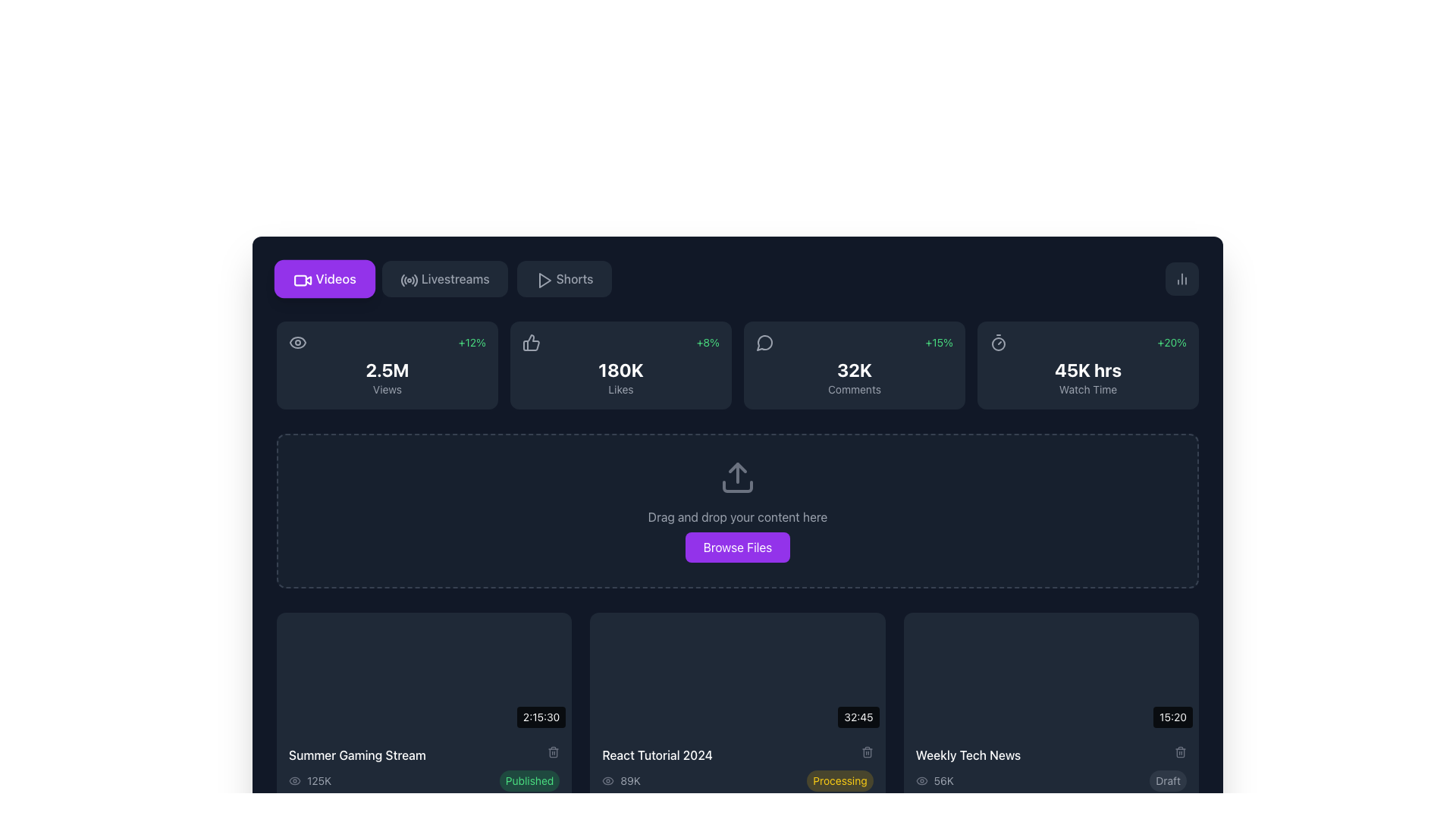 This screenshot has height=819, width=1456. I want to click on the small button with a bar chart icon located at the top-right corner of the section containing 'Videos', 'Livestreams', and 'Shorts', so click(1181, 278).